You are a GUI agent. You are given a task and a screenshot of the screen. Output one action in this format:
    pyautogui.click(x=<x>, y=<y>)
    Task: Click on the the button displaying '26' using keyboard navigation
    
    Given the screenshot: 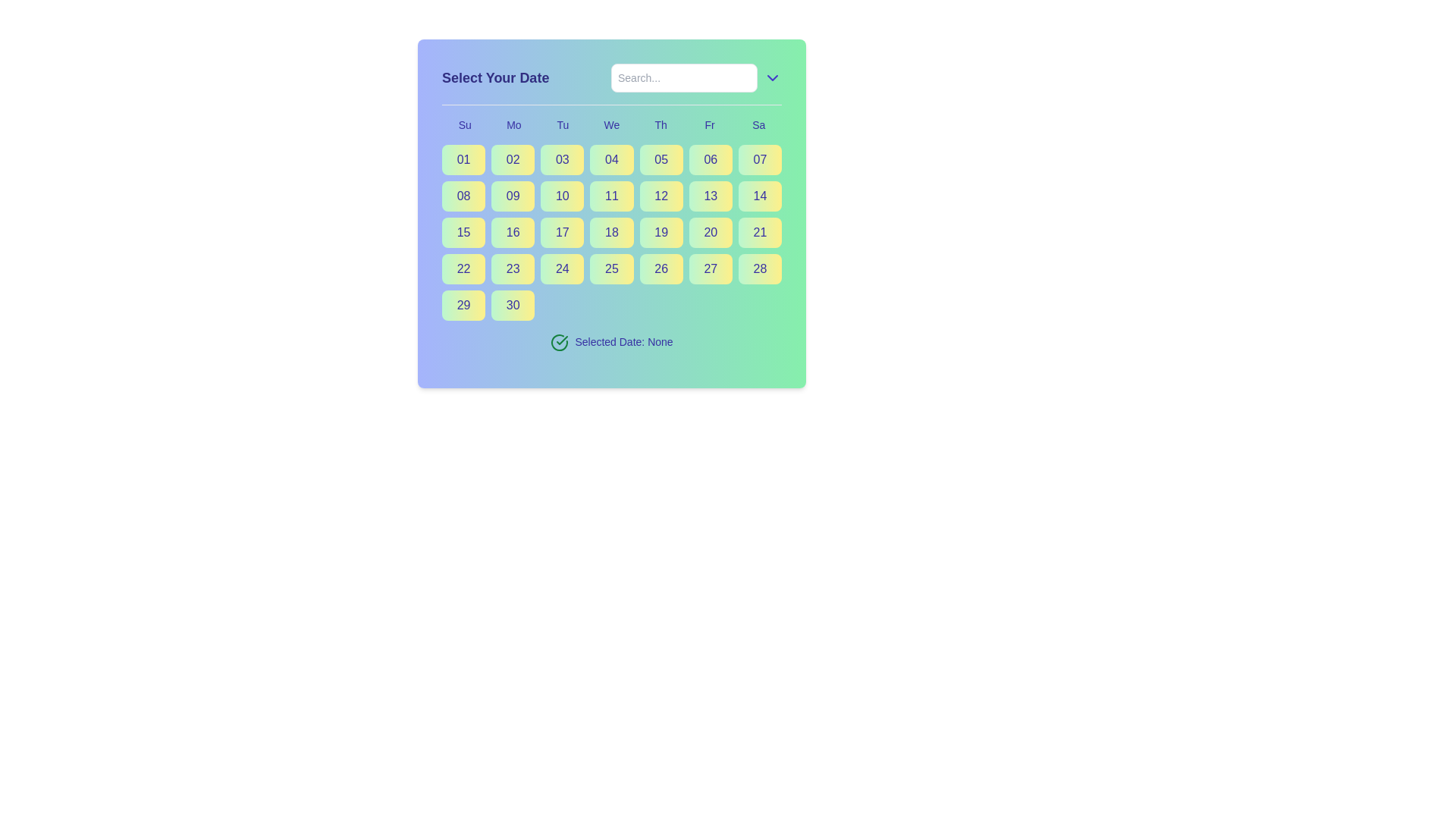 What is the action you would take?
    pyautogui.click(x=661, y=268)
    